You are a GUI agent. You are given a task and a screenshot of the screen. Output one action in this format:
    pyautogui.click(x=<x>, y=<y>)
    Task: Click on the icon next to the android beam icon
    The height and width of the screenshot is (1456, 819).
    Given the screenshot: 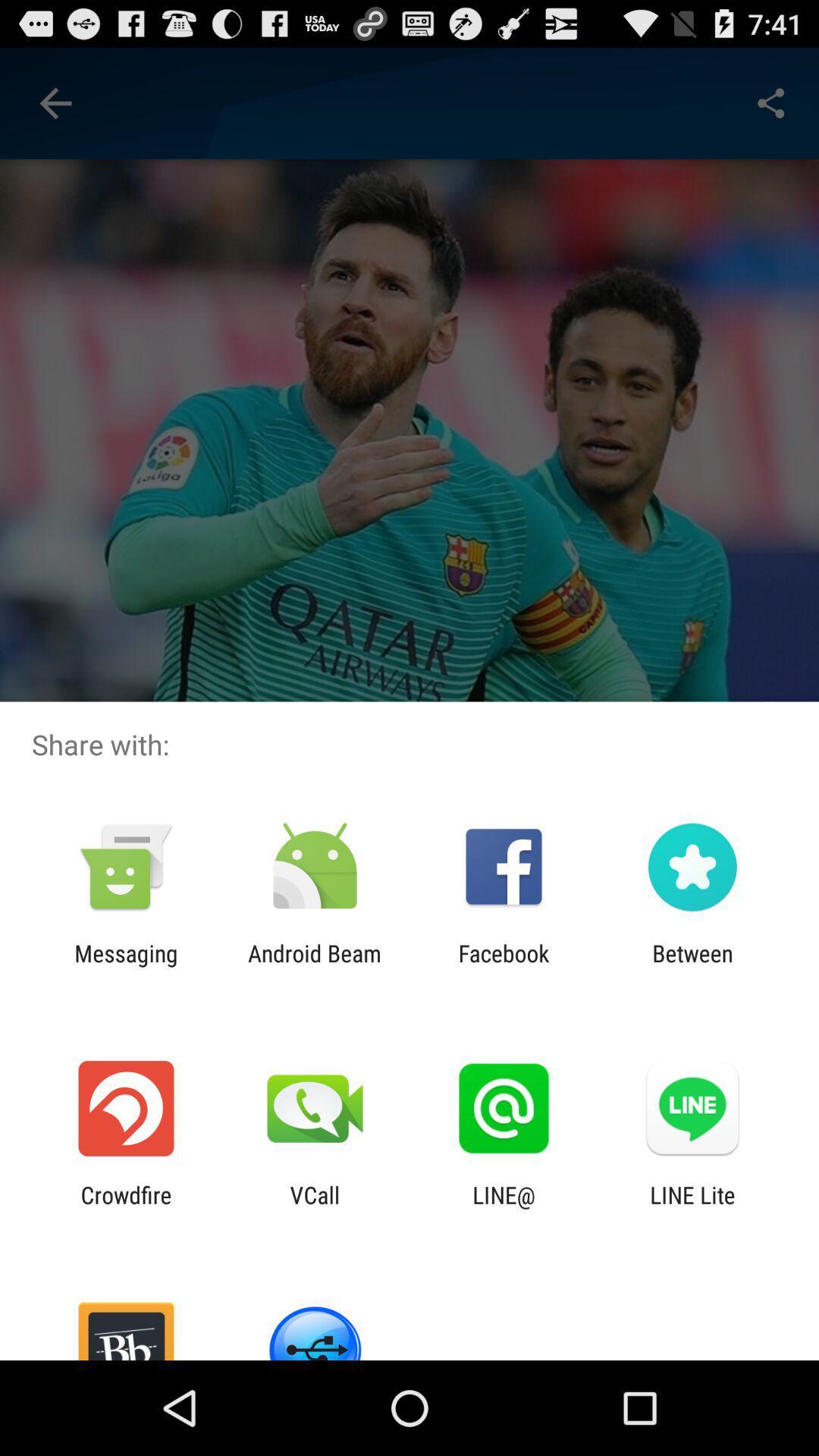 What is the action you would take?
    pyautogui.click(x=504, y=966)
    